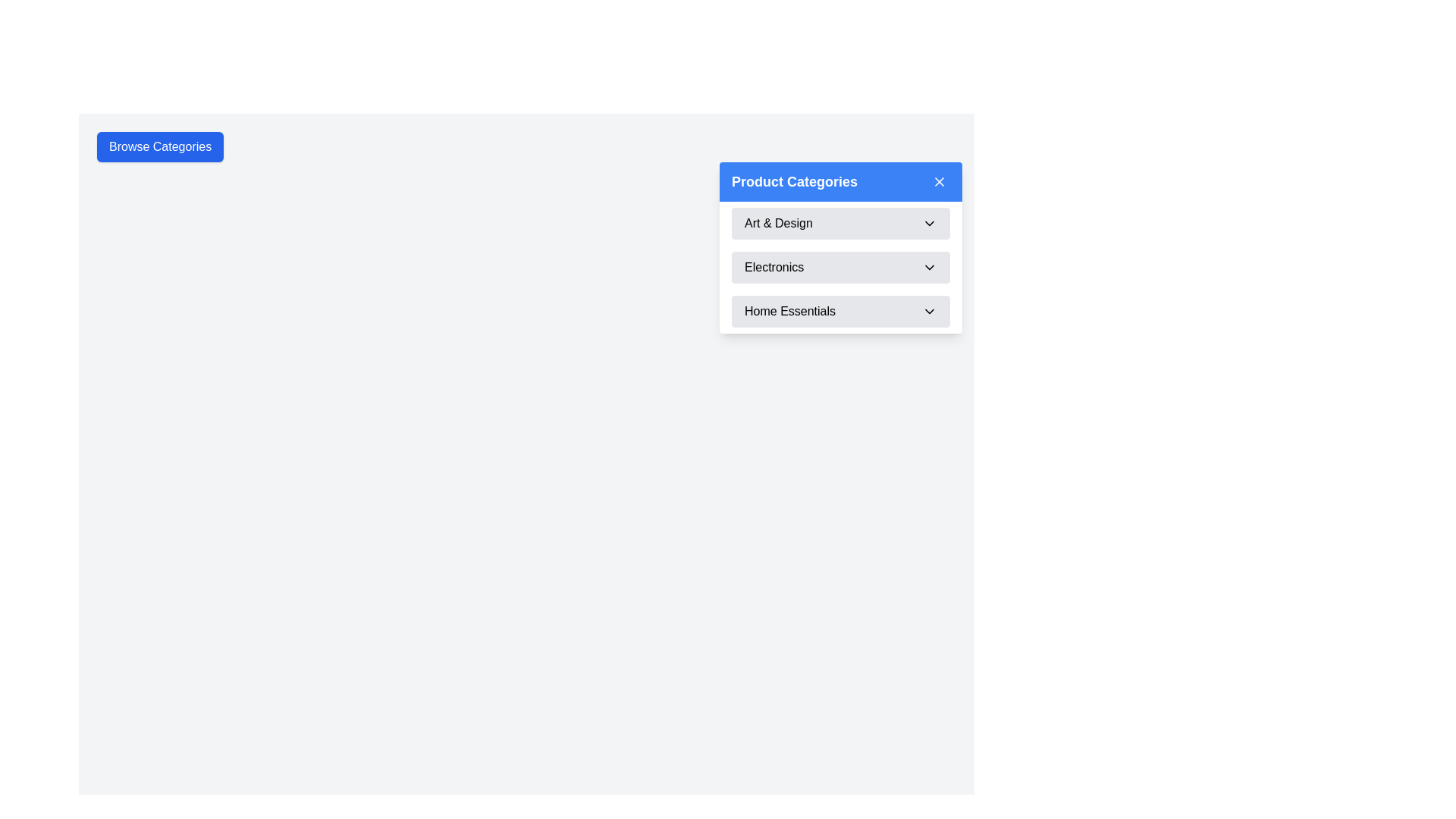 This screenshot has height=819, width=1456. What do you see at coordinates (839, 223) in the screenshot?
I see `the first Dropdown menu item in the 'Product Categories' panel` at bounding box center [839, 223].